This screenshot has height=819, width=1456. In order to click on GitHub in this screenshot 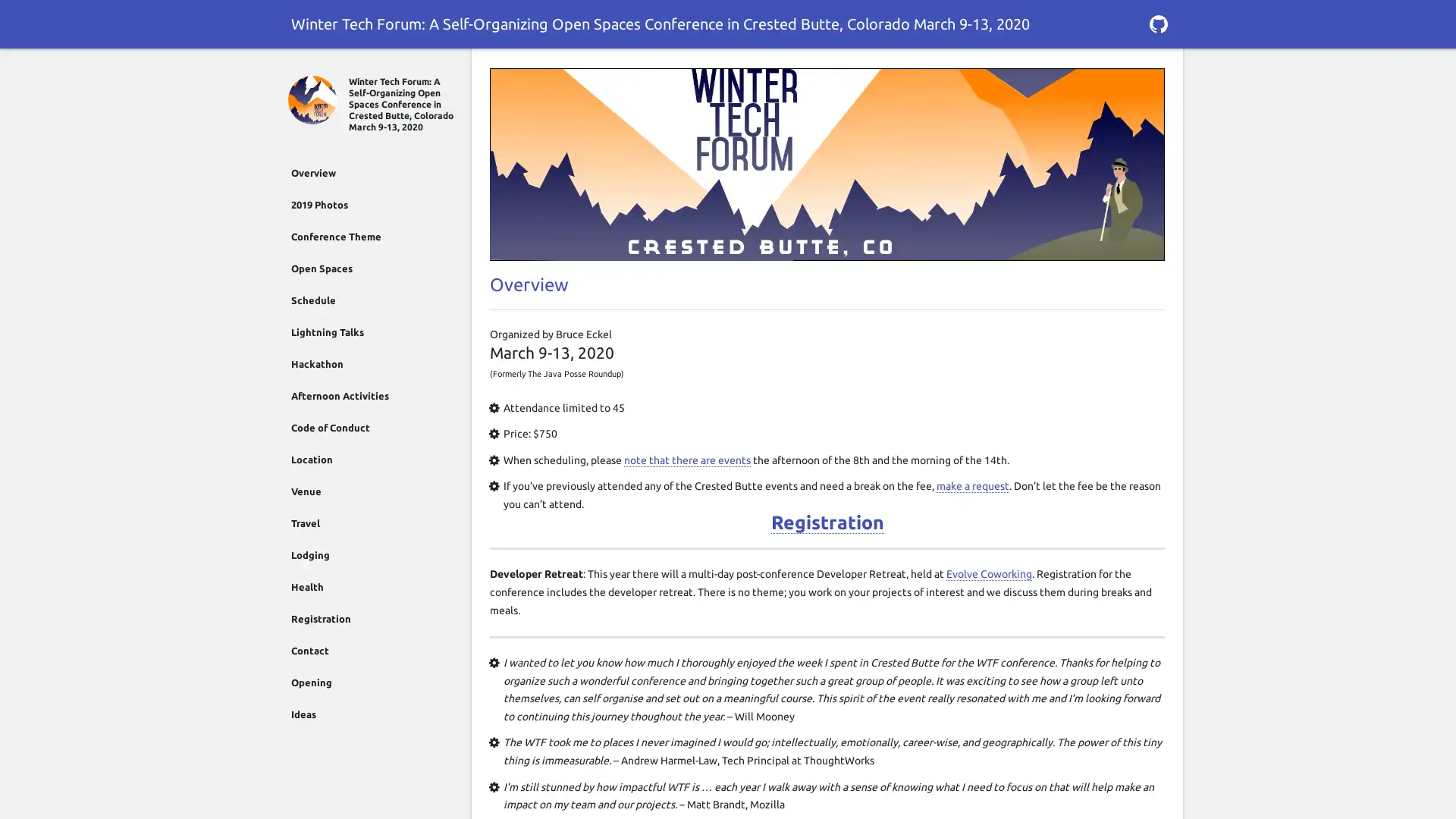, I will do `click(1157, 24)`.